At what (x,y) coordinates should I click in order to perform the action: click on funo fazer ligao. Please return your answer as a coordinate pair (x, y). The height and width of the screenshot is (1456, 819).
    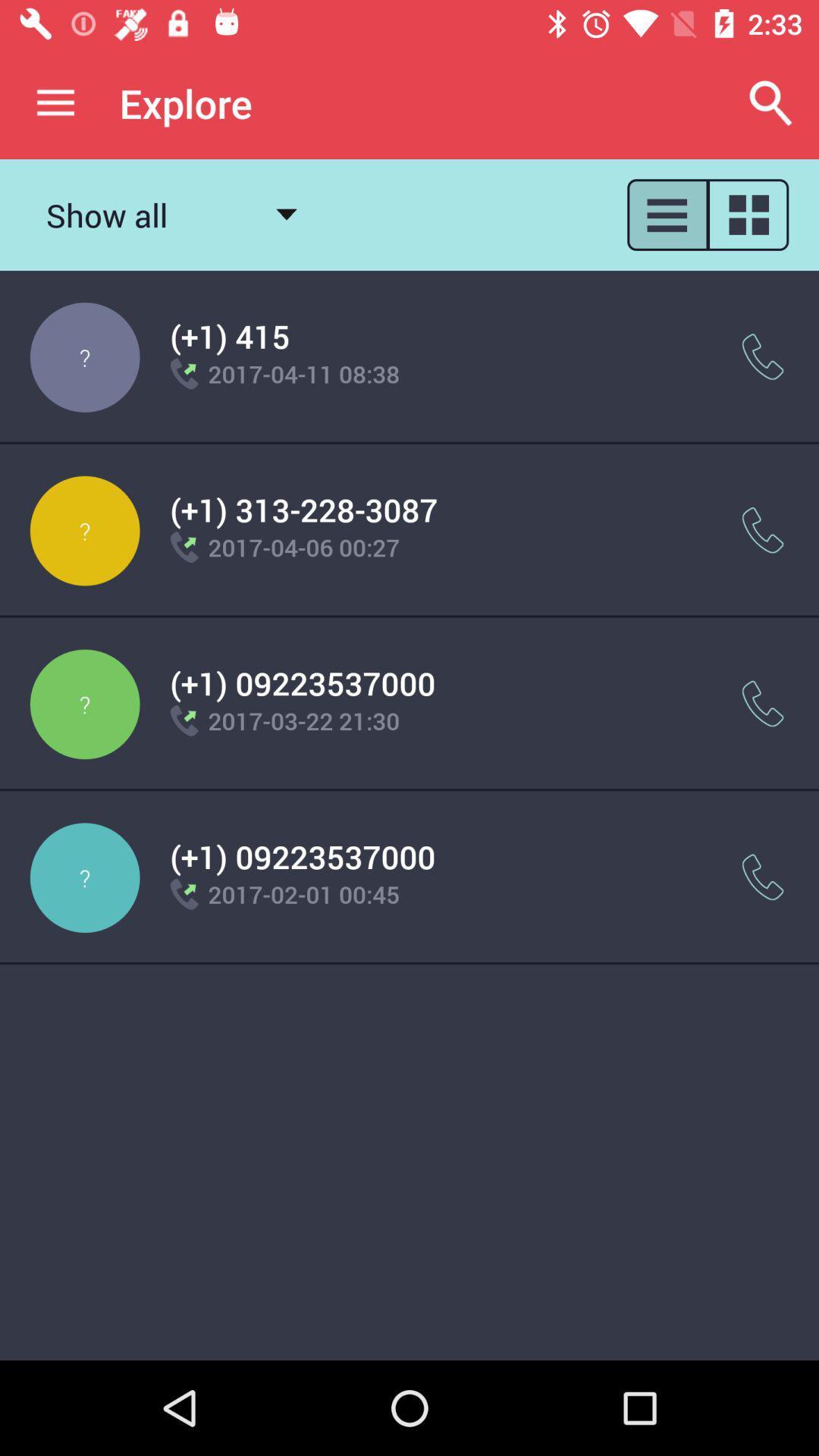
    Looking at the image, I should click on (763, 877).